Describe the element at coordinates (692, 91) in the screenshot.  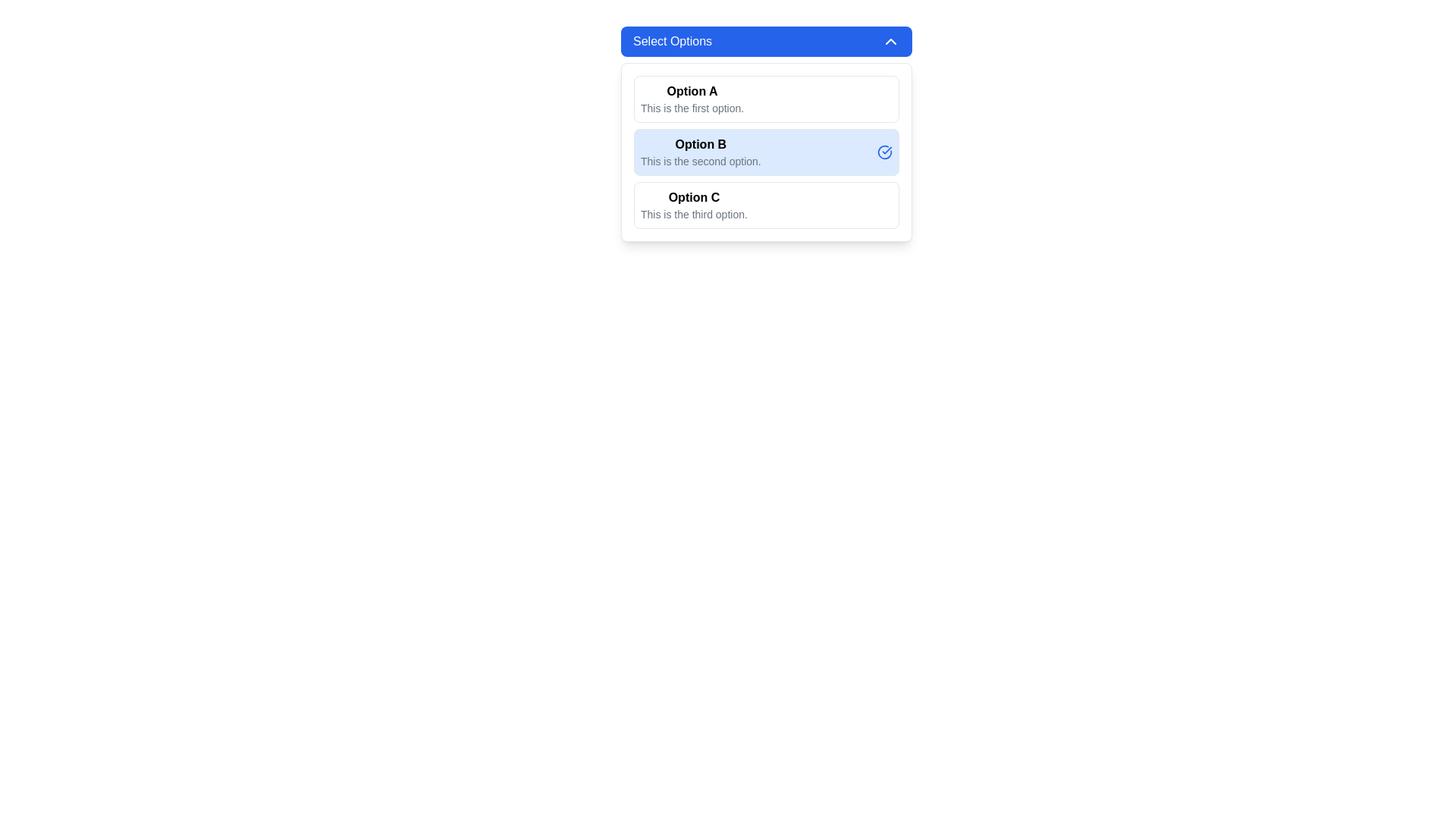
I see `the title label of the first option in the dropdown menu, which is located at the top section above the selectable options` at that location.